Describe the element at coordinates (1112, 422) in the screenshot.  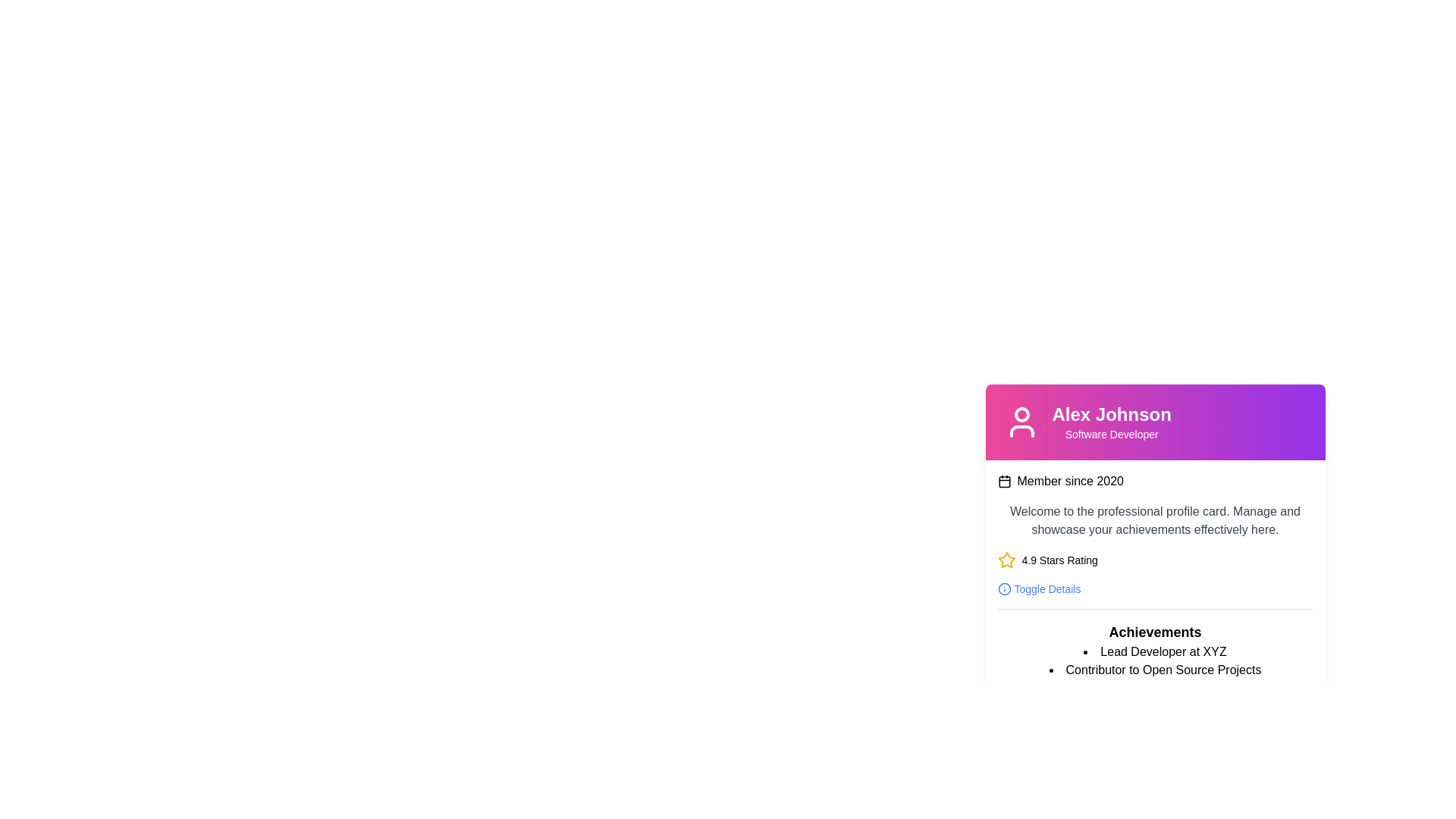
I see `the Text Display element that shows 'Alex Johnson' in bold, extra-large font and 'Software Developer' in smaller font for accessibility` at that location.